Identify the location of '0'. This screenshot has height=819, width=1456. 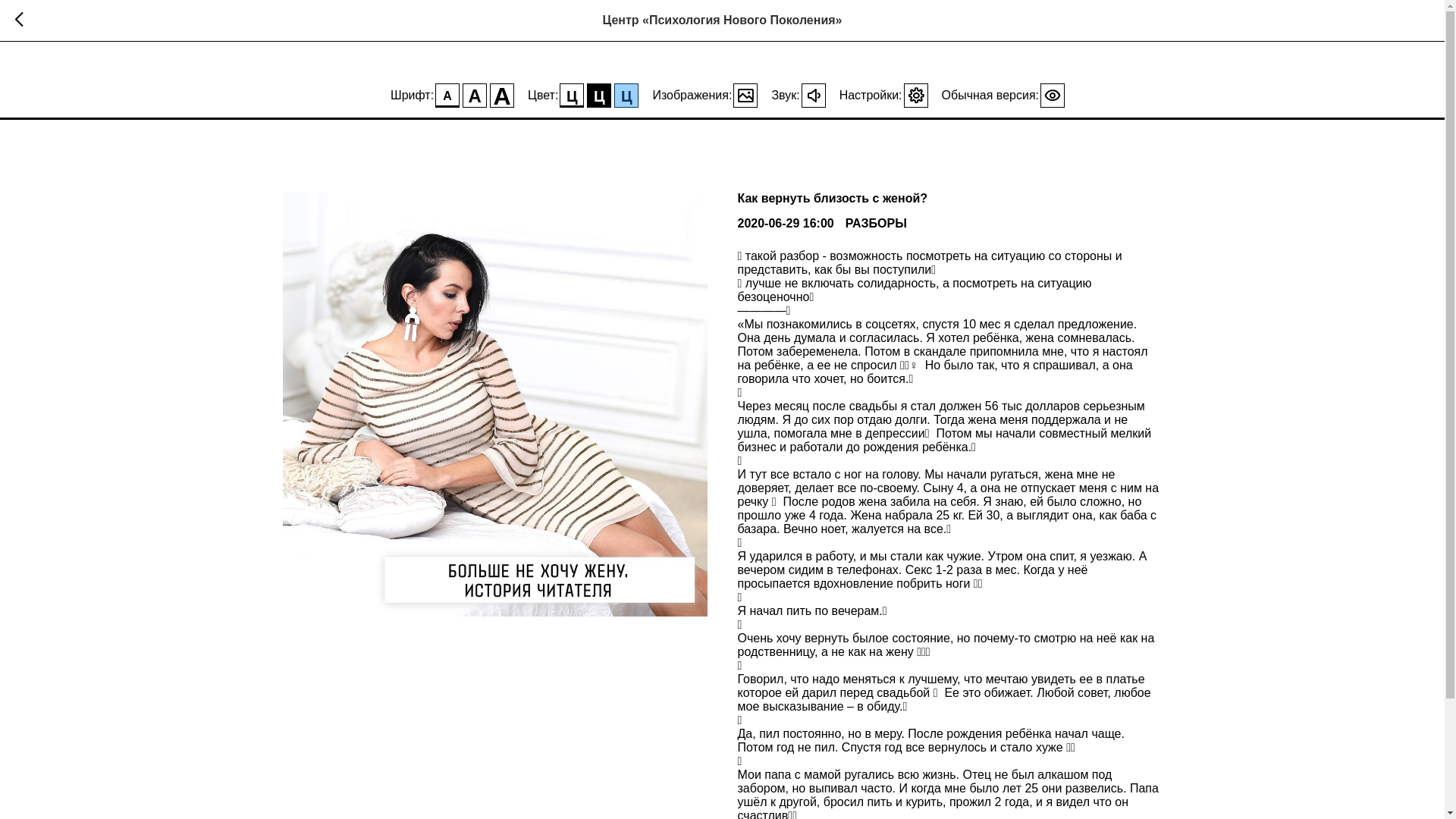
(813, 96).